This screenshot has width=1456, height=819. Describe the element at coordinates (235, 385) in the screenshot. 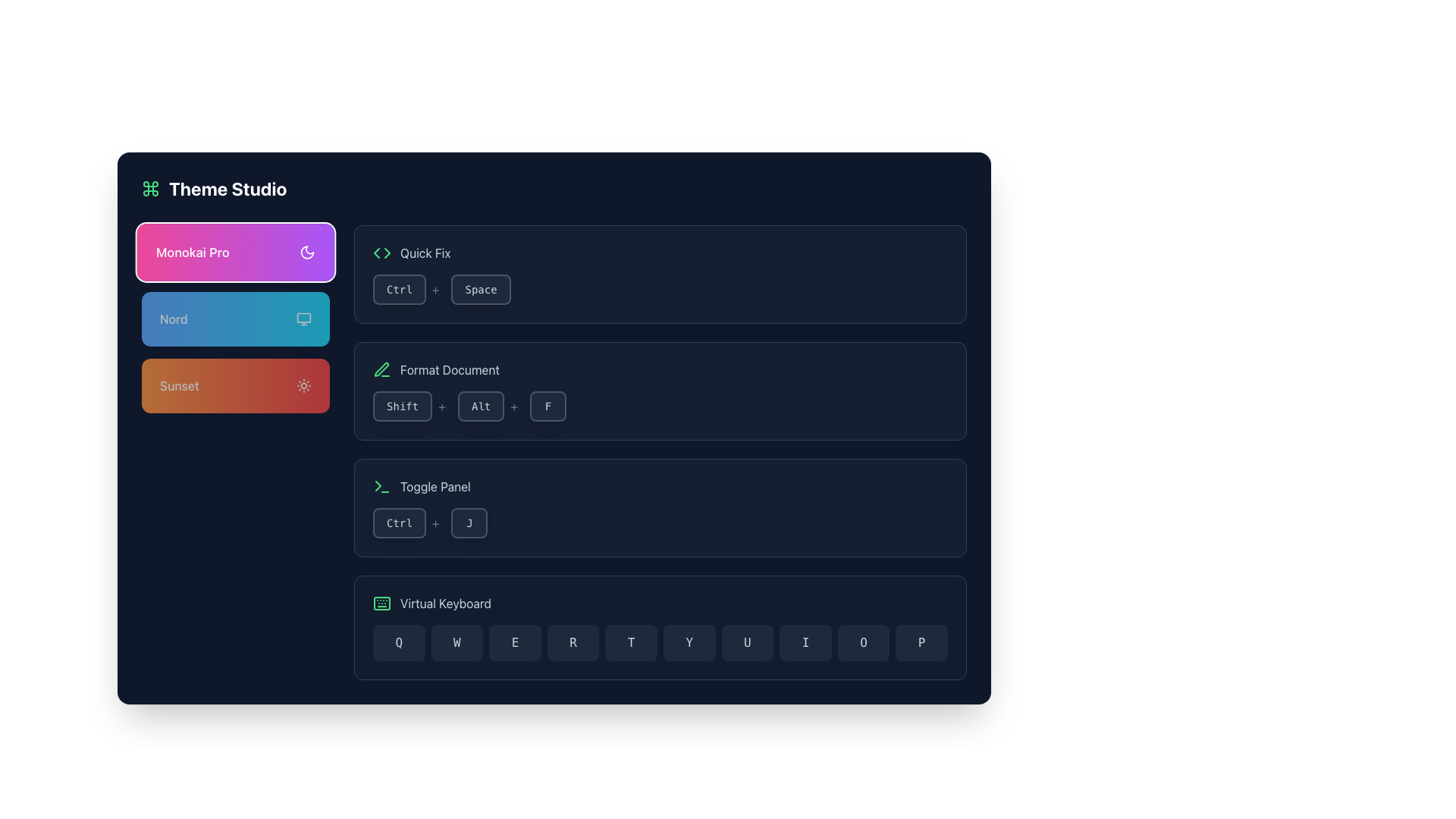

I see `the selectable list item labeled 'Sunset'` at that location.